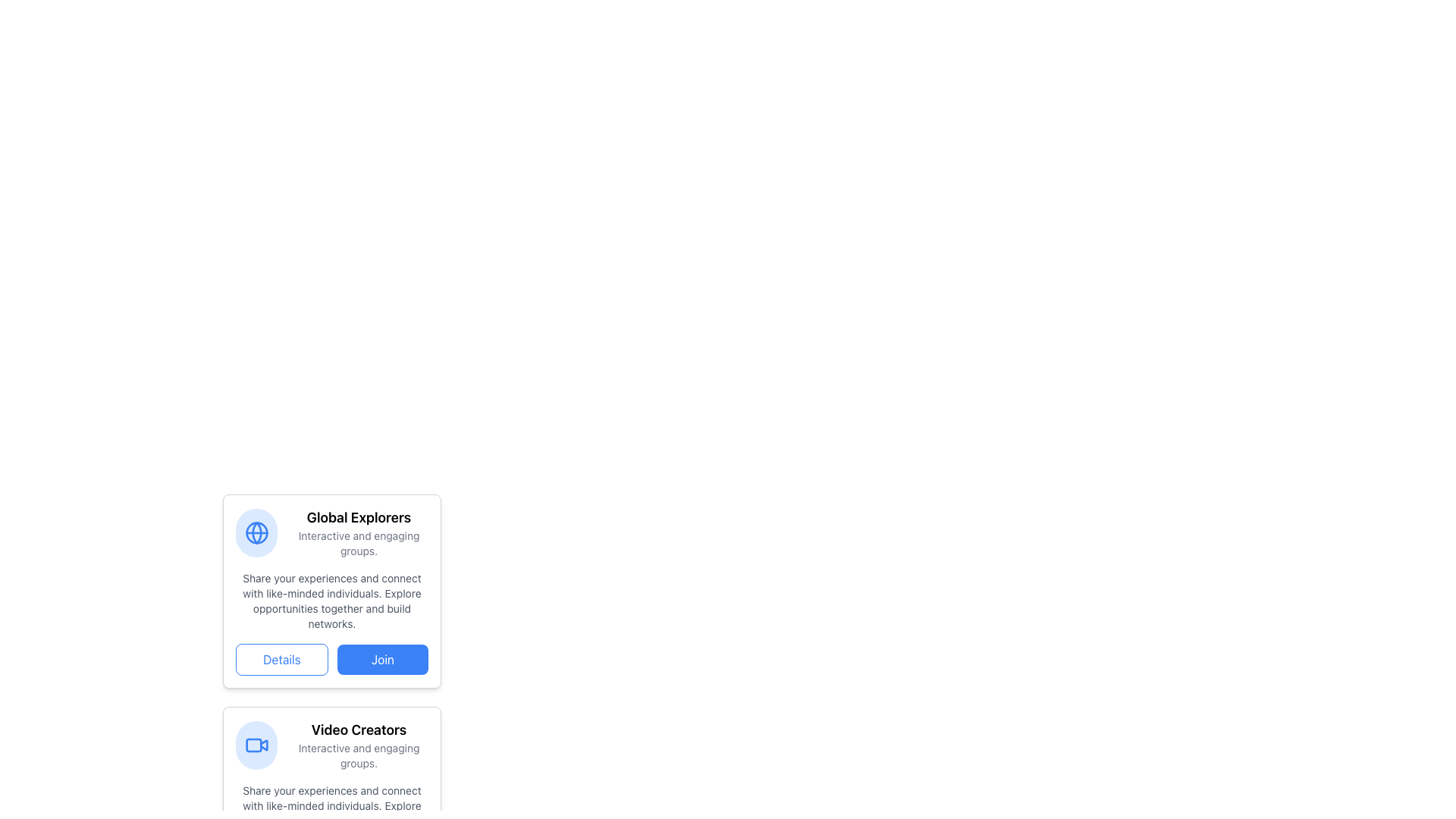 The height and width of the screenshot is (819, 1456). I want to click on text displayed in the Text Display element for the category 'Global Explorers', which is located above a paragraph of text and buttons, and to the right of a circular blue globe icon, so click(358, 532).